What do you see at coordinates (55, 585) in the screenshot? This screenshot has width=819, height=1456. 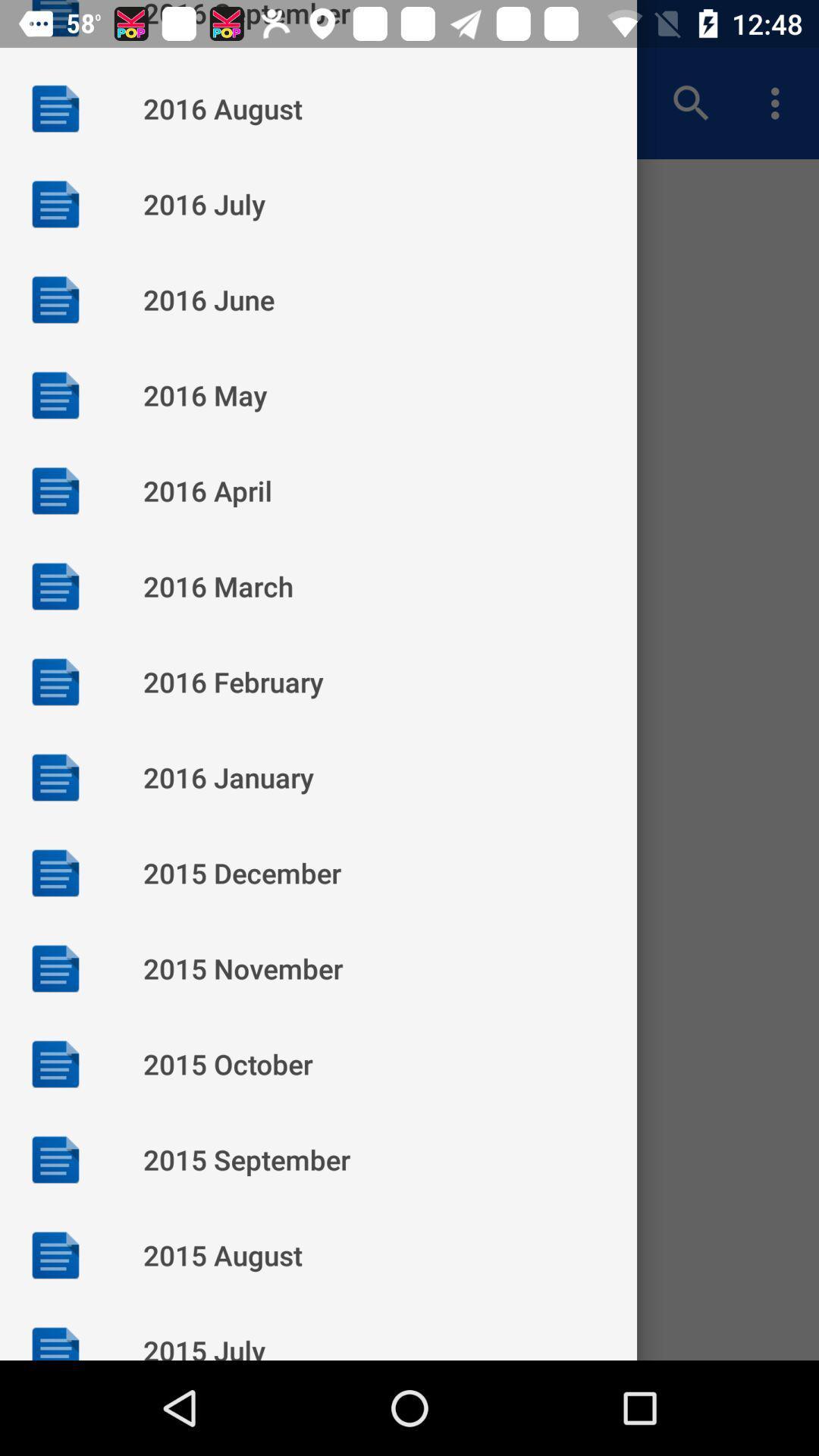 I see `document below 2016 april` at bounding box center [55, 585].